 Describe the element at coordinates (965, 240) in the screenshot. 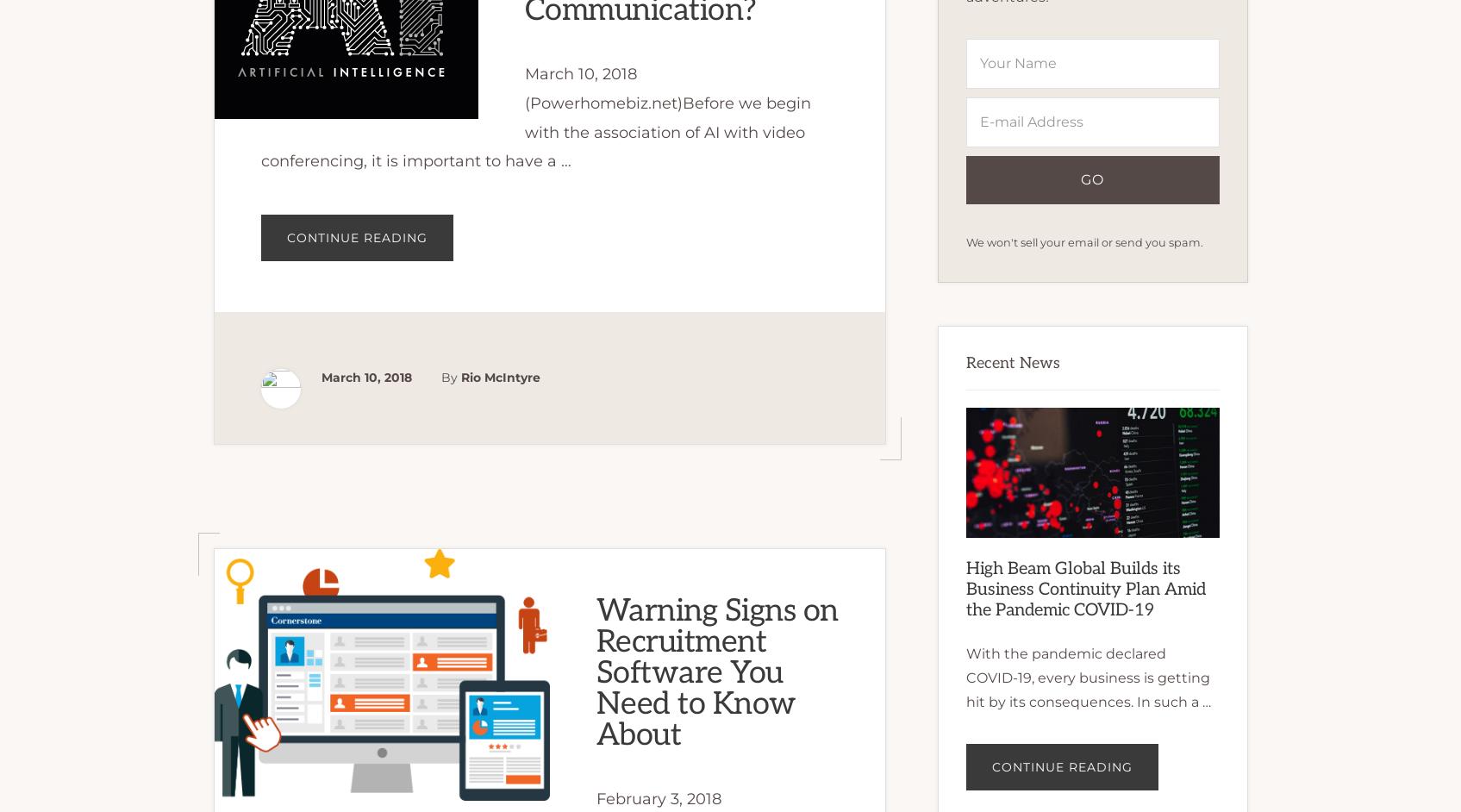

I see `'We won't sell your email or send you spam.'` at that location.